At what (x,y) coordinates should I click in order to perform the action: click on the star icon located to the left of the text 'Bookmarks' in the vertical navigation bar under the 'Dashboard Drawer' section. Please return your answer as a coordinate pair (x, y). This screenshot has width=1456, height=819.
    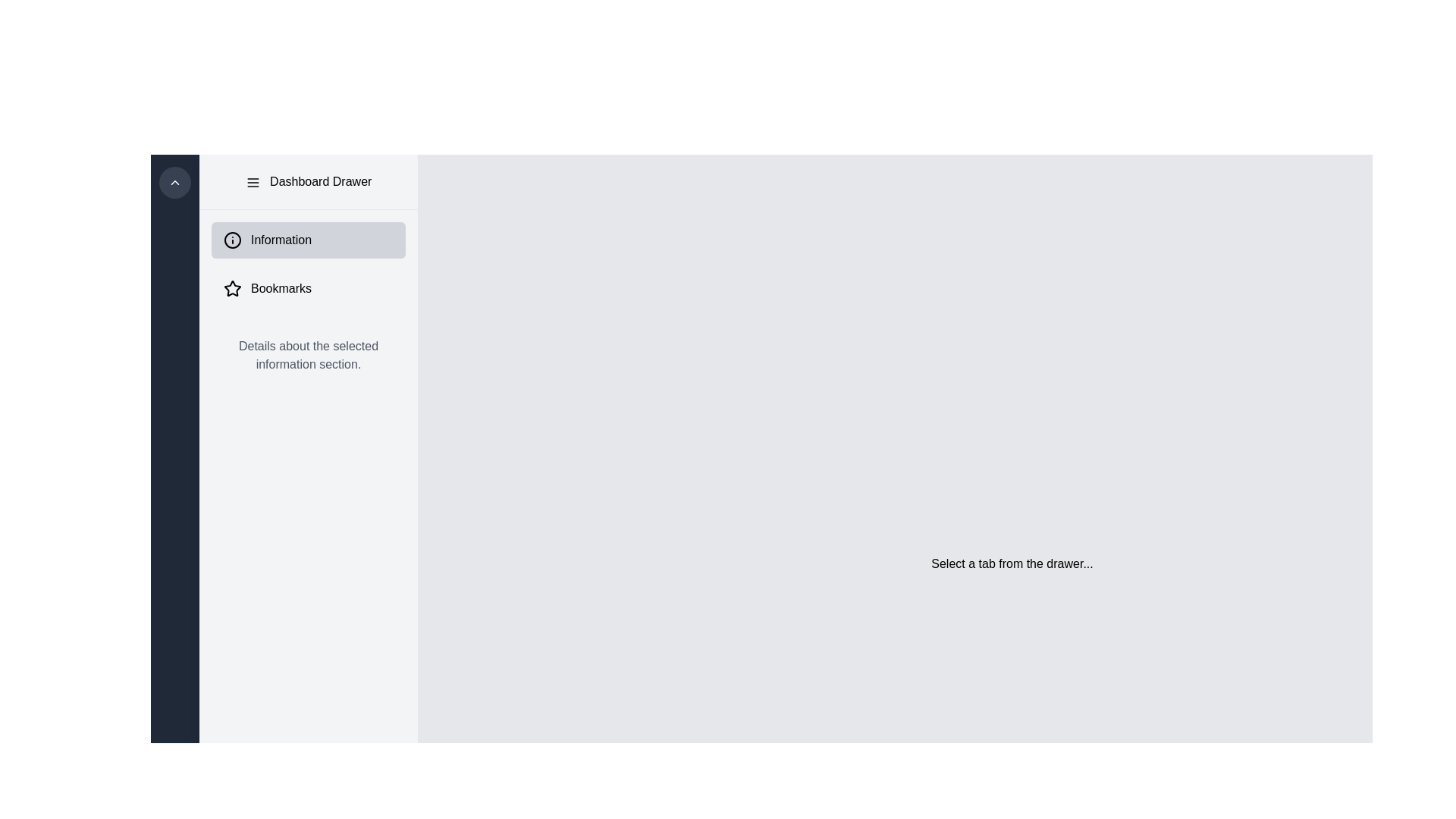
    Looking at the image, I should click on (232, 288).